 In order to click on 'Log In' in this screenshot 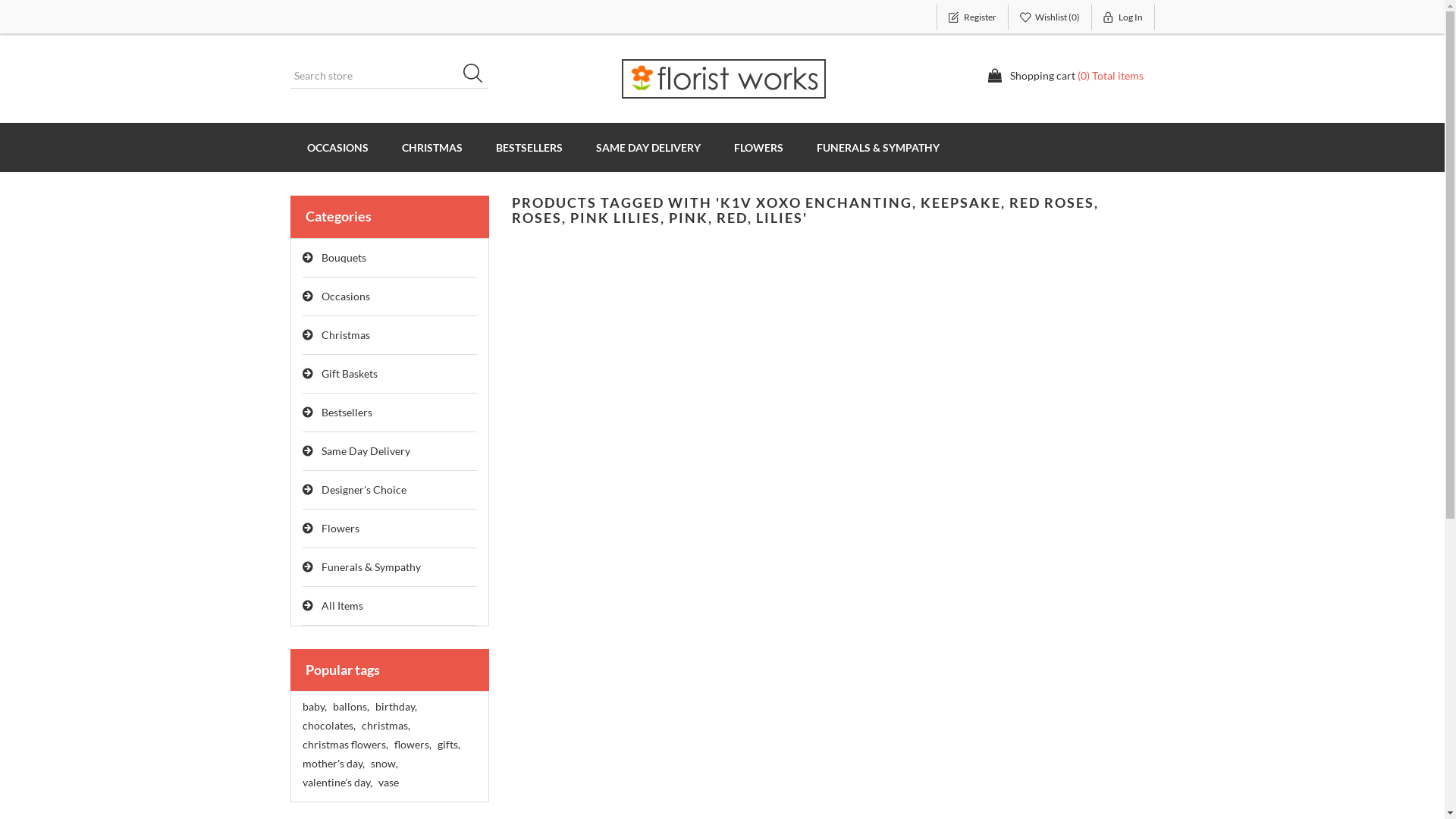, I will do `click(1092, 17)`.